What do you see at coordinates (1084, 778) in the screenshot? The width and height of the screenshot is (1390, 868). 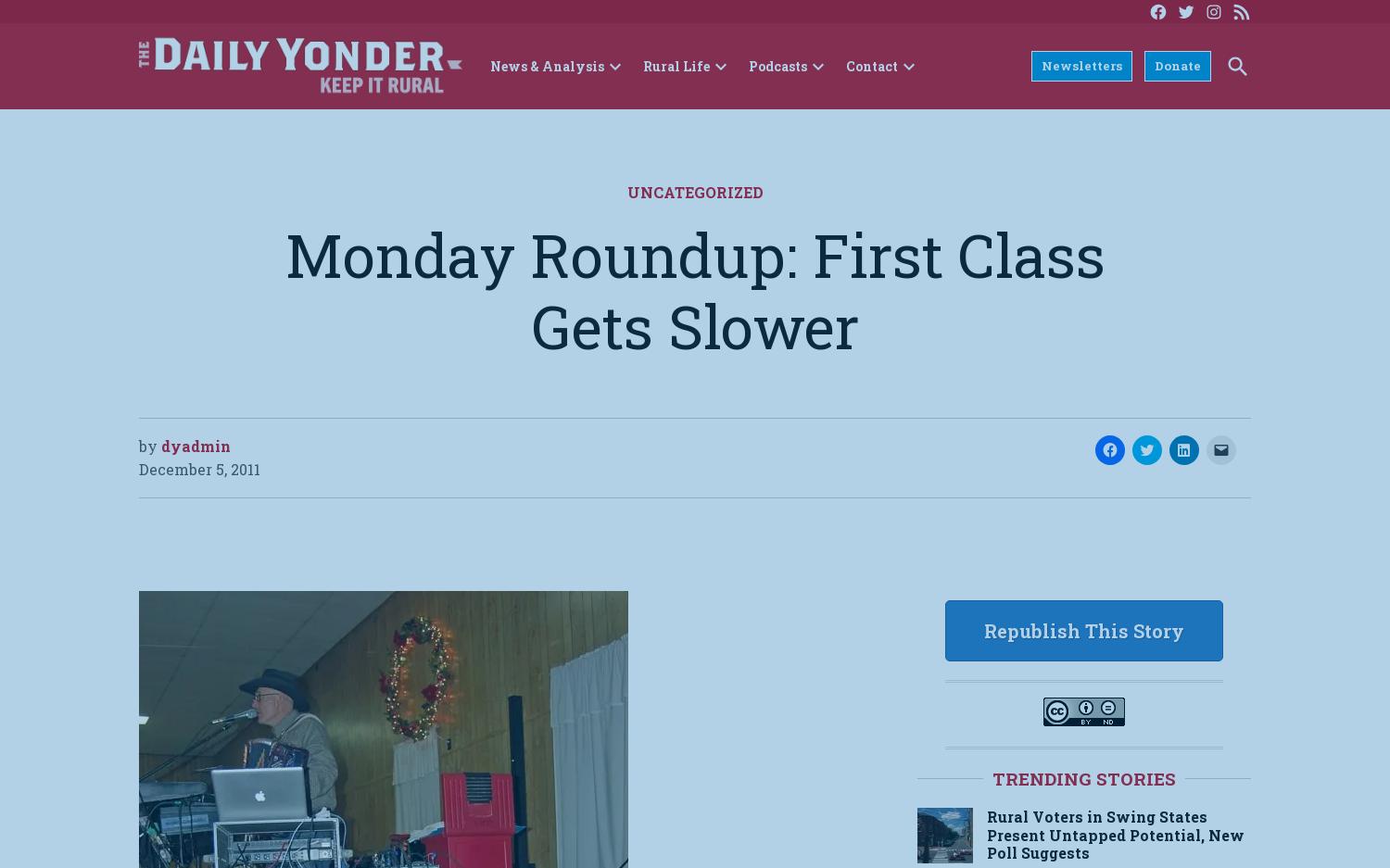 I see `'Trending Stories'` at bounding box center [1084, 778].